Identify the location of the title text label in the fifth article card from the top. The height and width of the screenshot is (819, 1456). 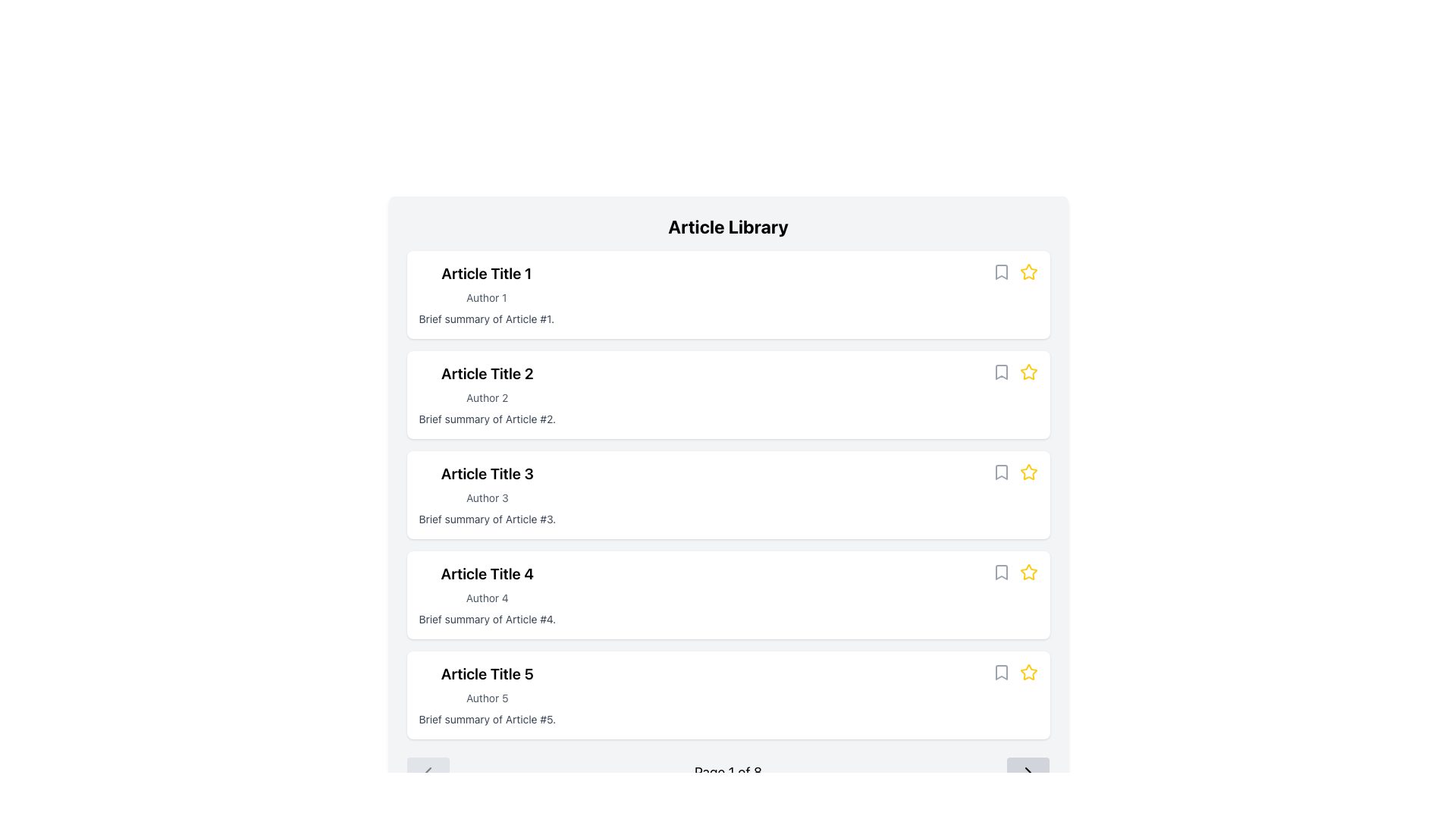
(487, 673).